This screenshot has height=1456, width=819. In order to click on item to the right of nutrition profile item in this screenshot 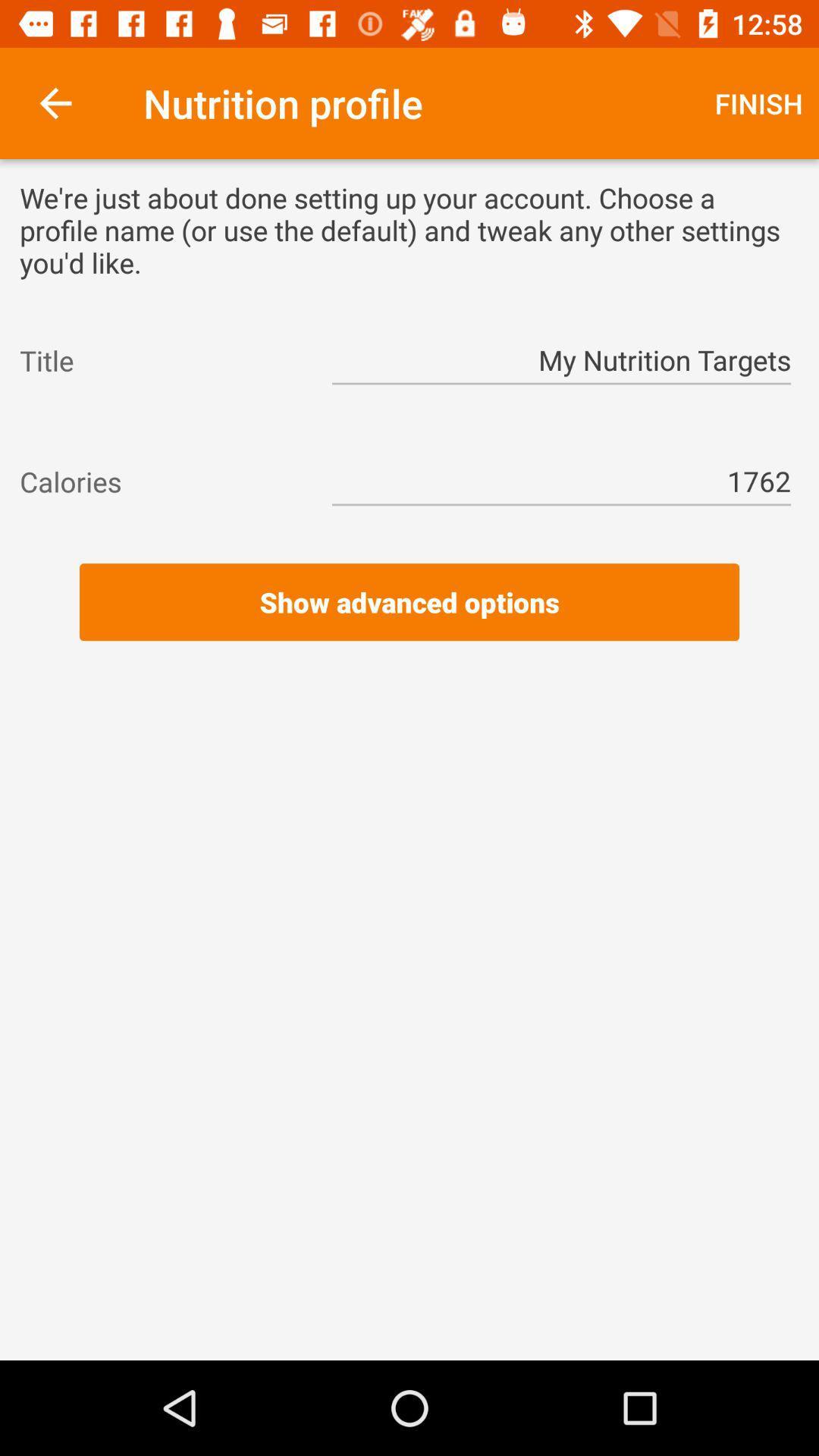, I will do `click(758, 102)`.